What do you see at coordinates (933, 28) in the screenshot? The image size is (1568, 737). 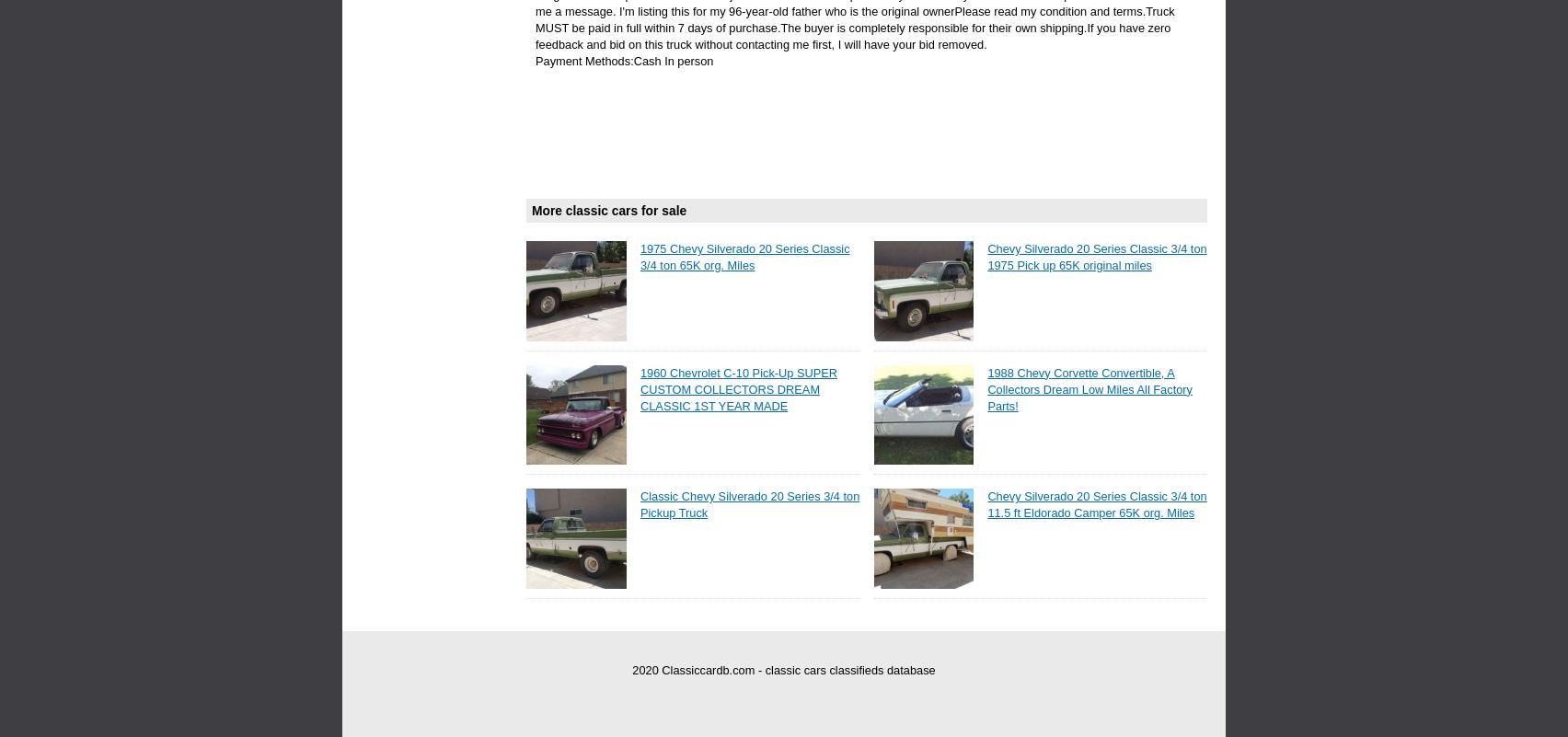 I see `'The buyer is completely responsible for their own shipping.'` at bounding box center [933, 28].